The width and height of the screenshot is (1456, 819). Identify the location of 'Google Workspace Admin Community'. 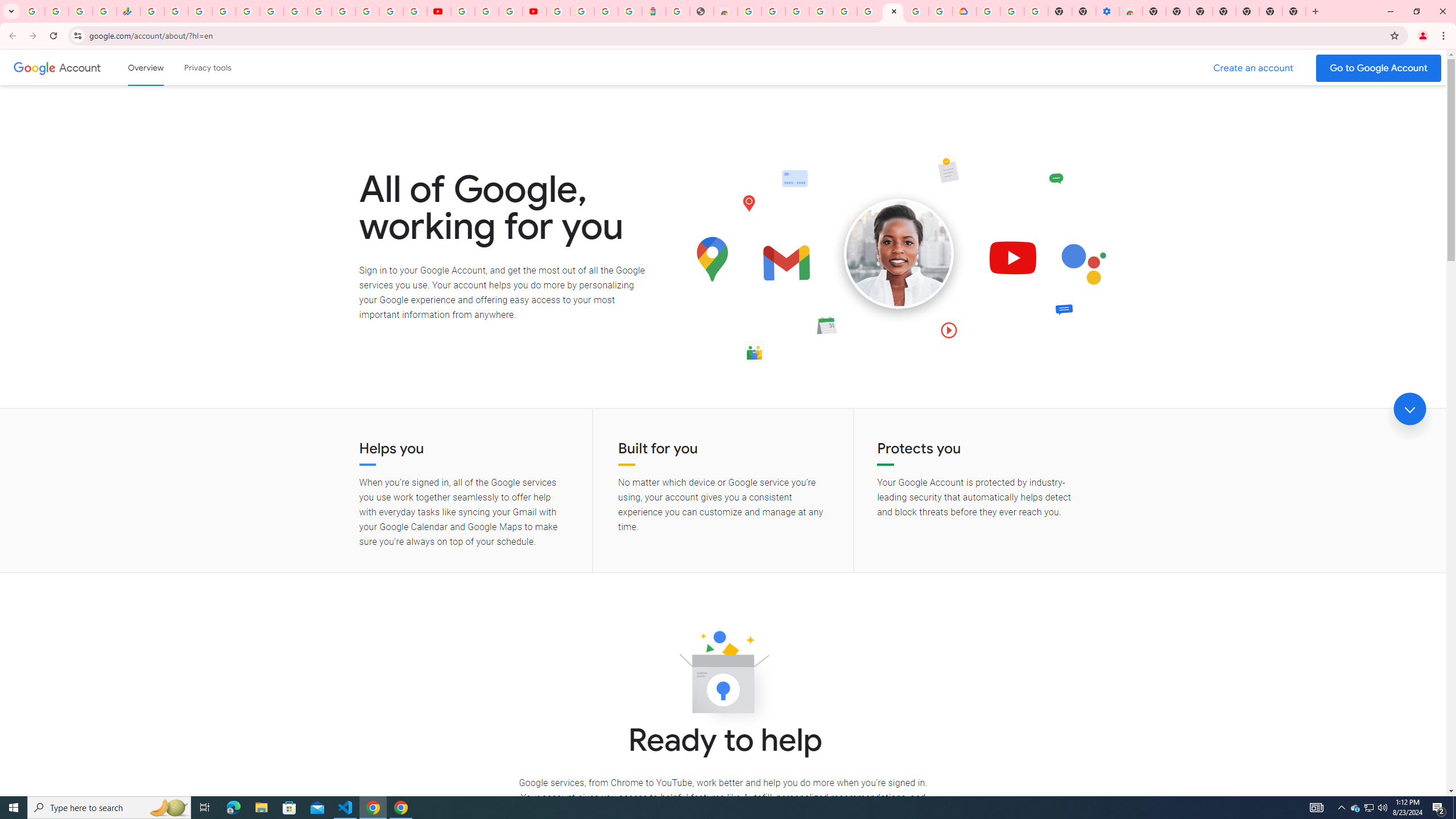
(32, 11).